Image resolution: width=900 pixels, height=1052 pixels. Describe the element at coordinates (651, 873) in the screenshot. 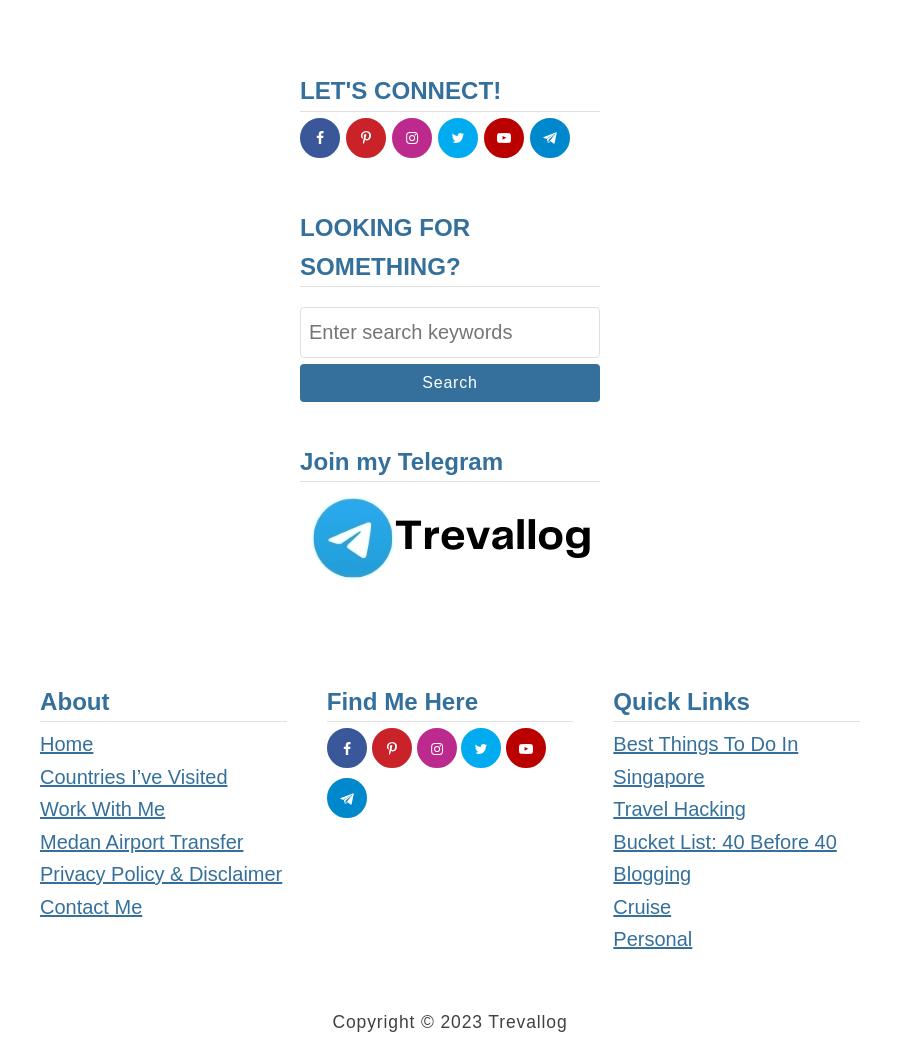

I see `'Blogging'` at that location.